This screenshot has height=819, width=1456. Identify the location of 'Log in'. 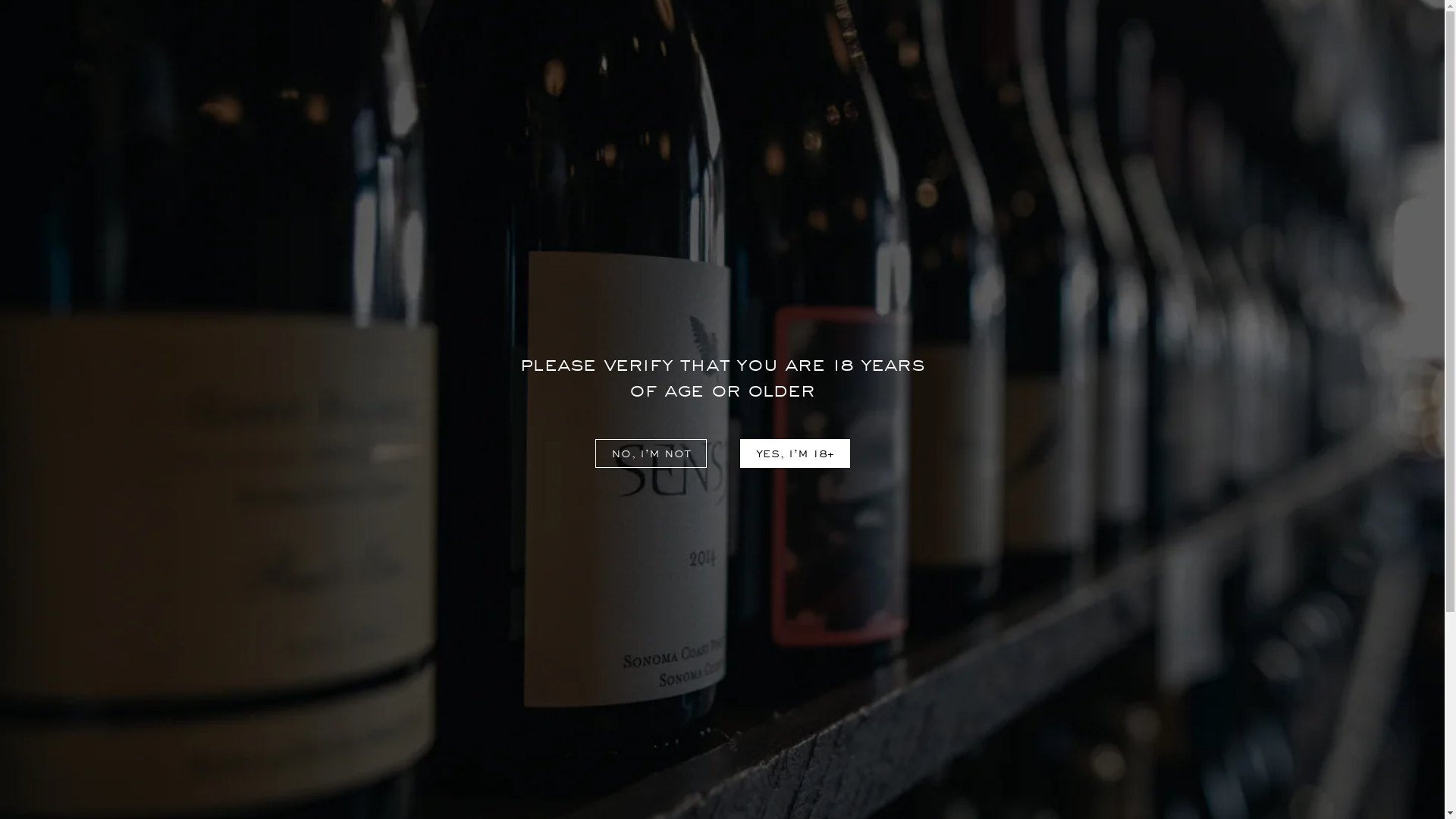
(1269, 48).